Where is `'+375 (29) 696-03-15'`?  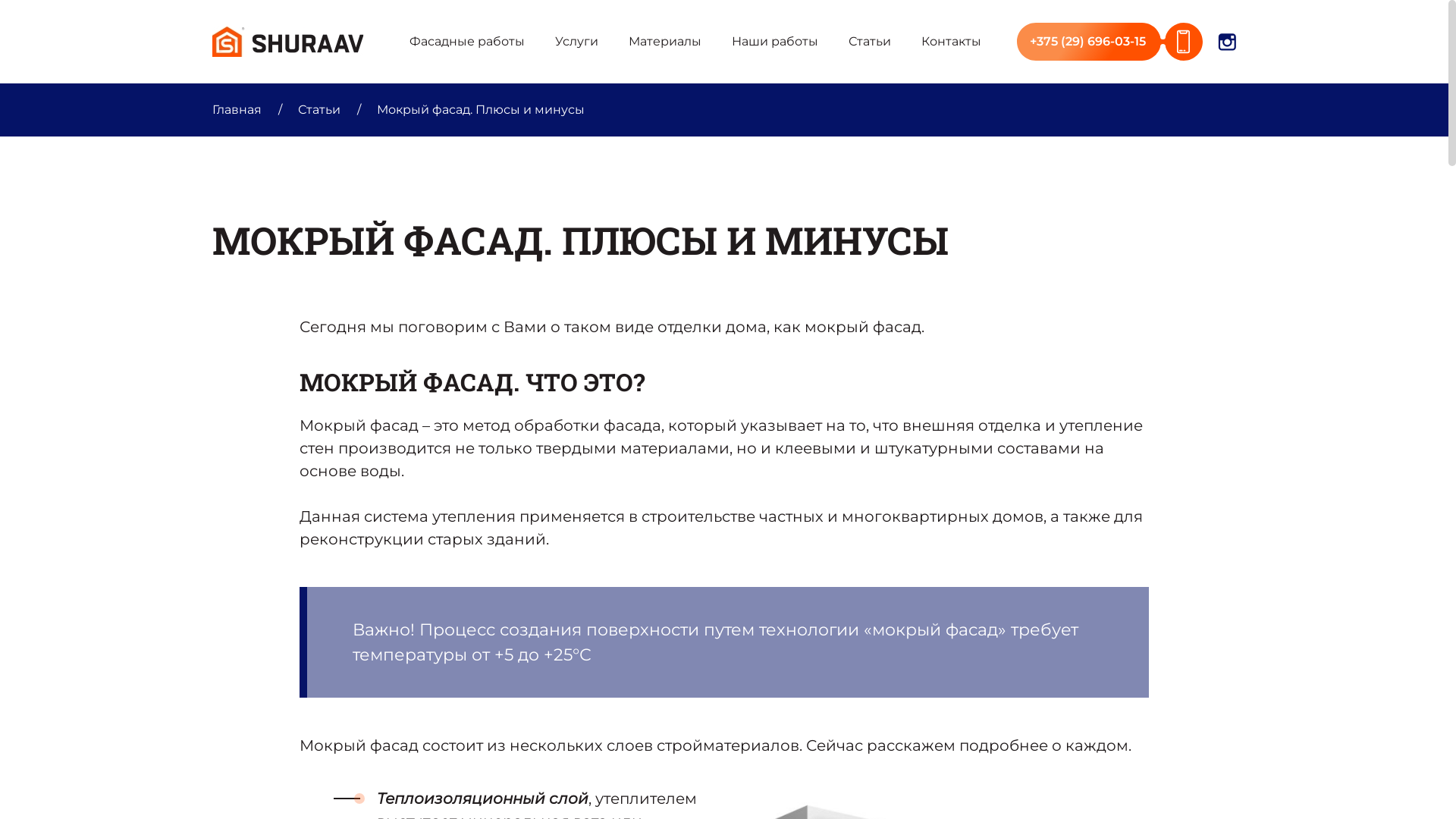 '+375 (29) 696-03-15' is located at coordinates (1016, 40).